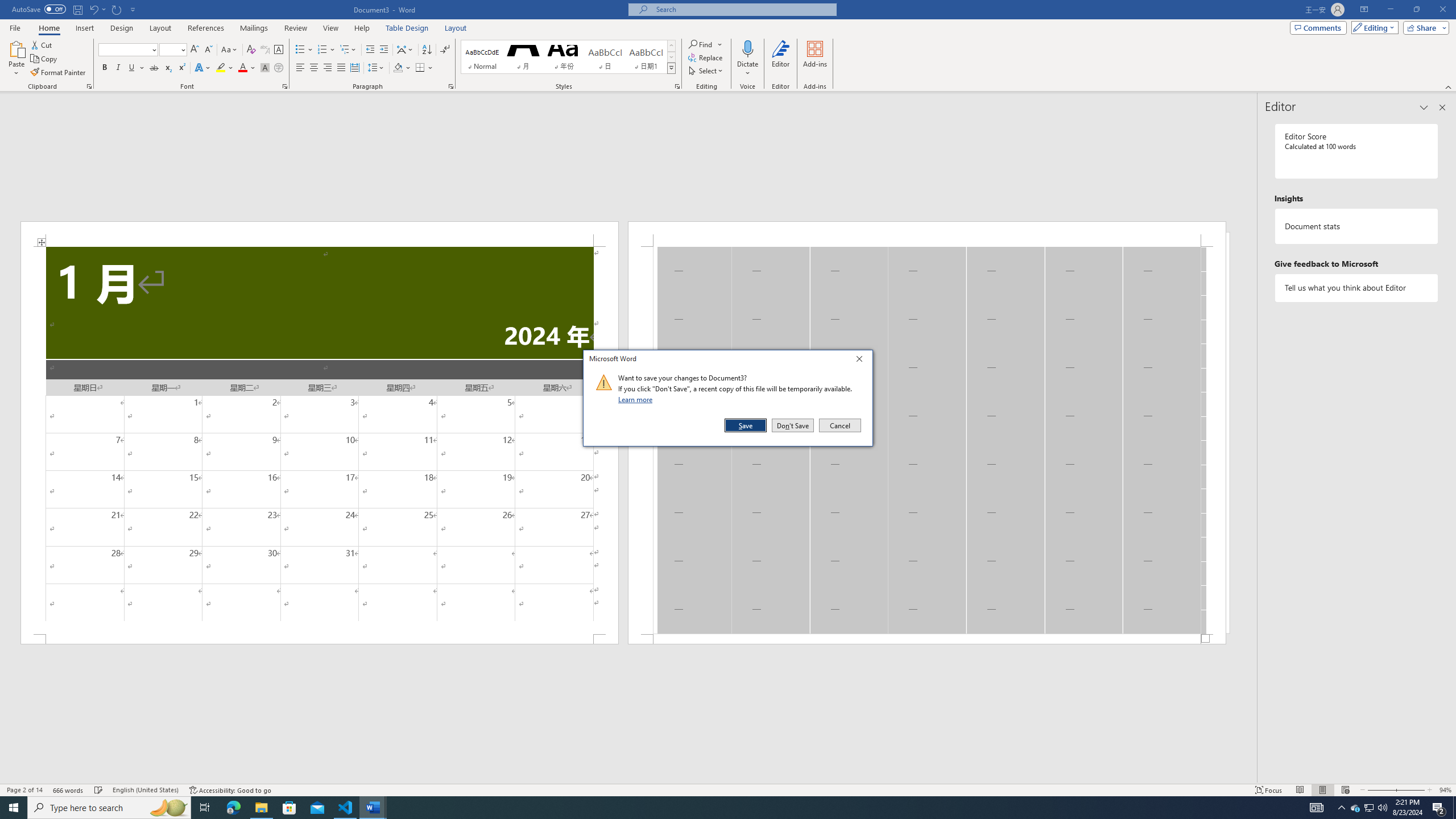 This screenshot has width=1456, height=819. I want to click on 'Row Down', so click(671, 56).